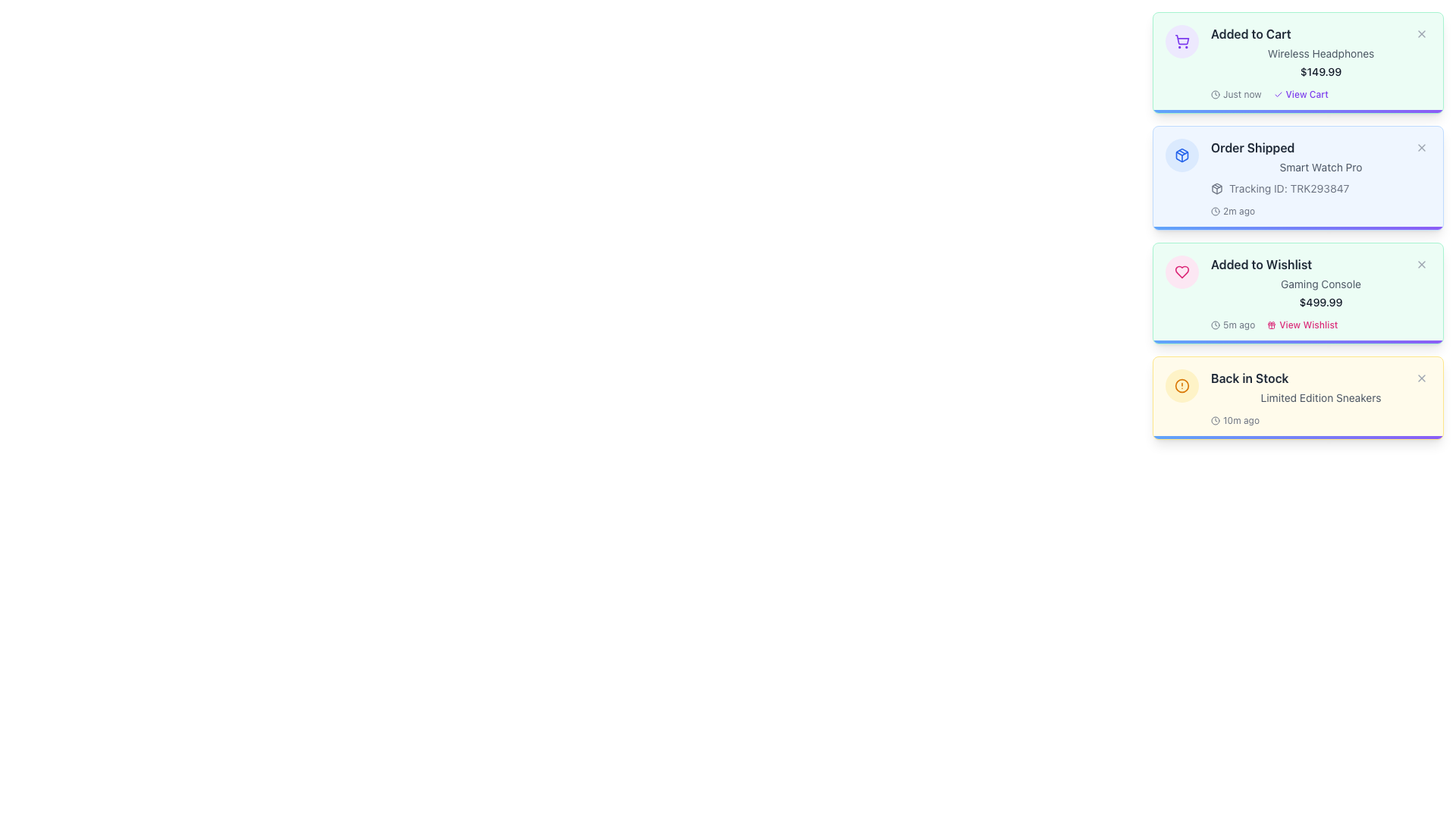 Image resolution: width=1456 pixels, height=819 pixels. Describe the element at coordinates (1181, 271) in the screenshot. I see `the Decorative icon located at the top-left corner of the 'Added to Wishlist' notification card, which visually represents interactions related to favoriting an item` at that location.